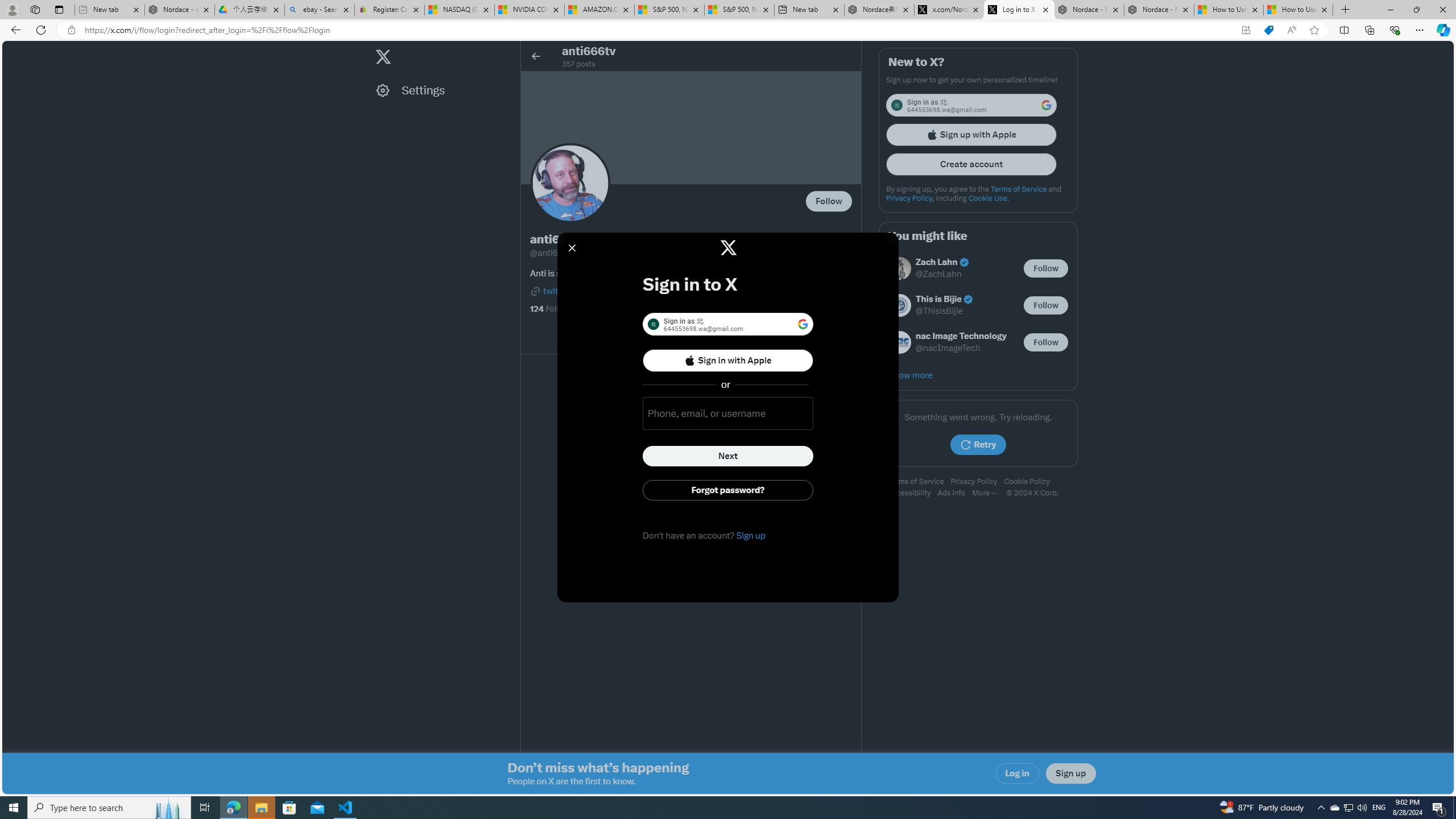 The width and height of the screenshot is (1456, 819). Describe the element at coordinates (1345, 29) in the screenshot. I see `'Split screen'` at that location.